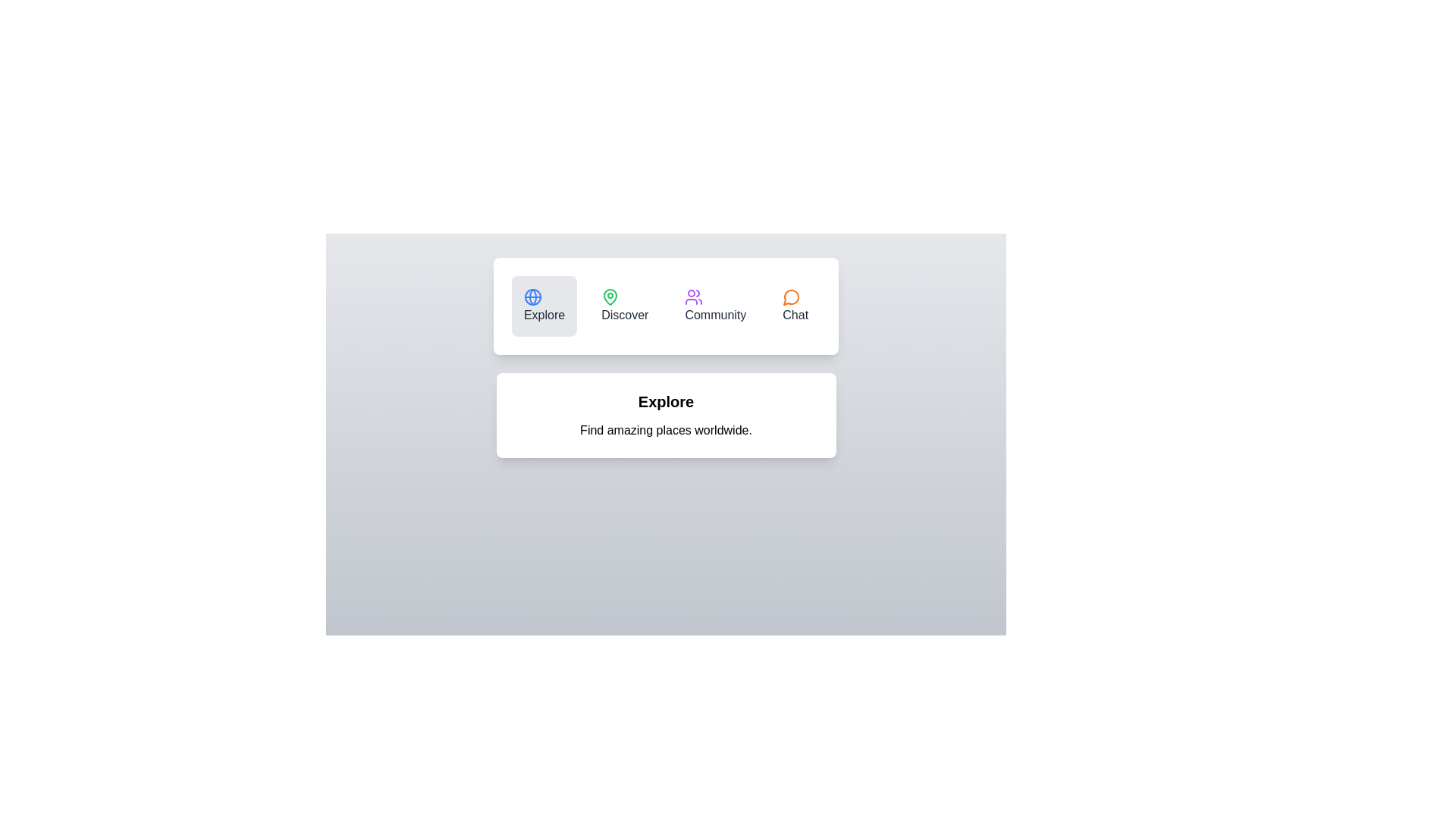  What do you see at coordinates (795, 306) in the screenshot?
I see `the tab labeled Chat to view its content` at bounding box center [795, 306].